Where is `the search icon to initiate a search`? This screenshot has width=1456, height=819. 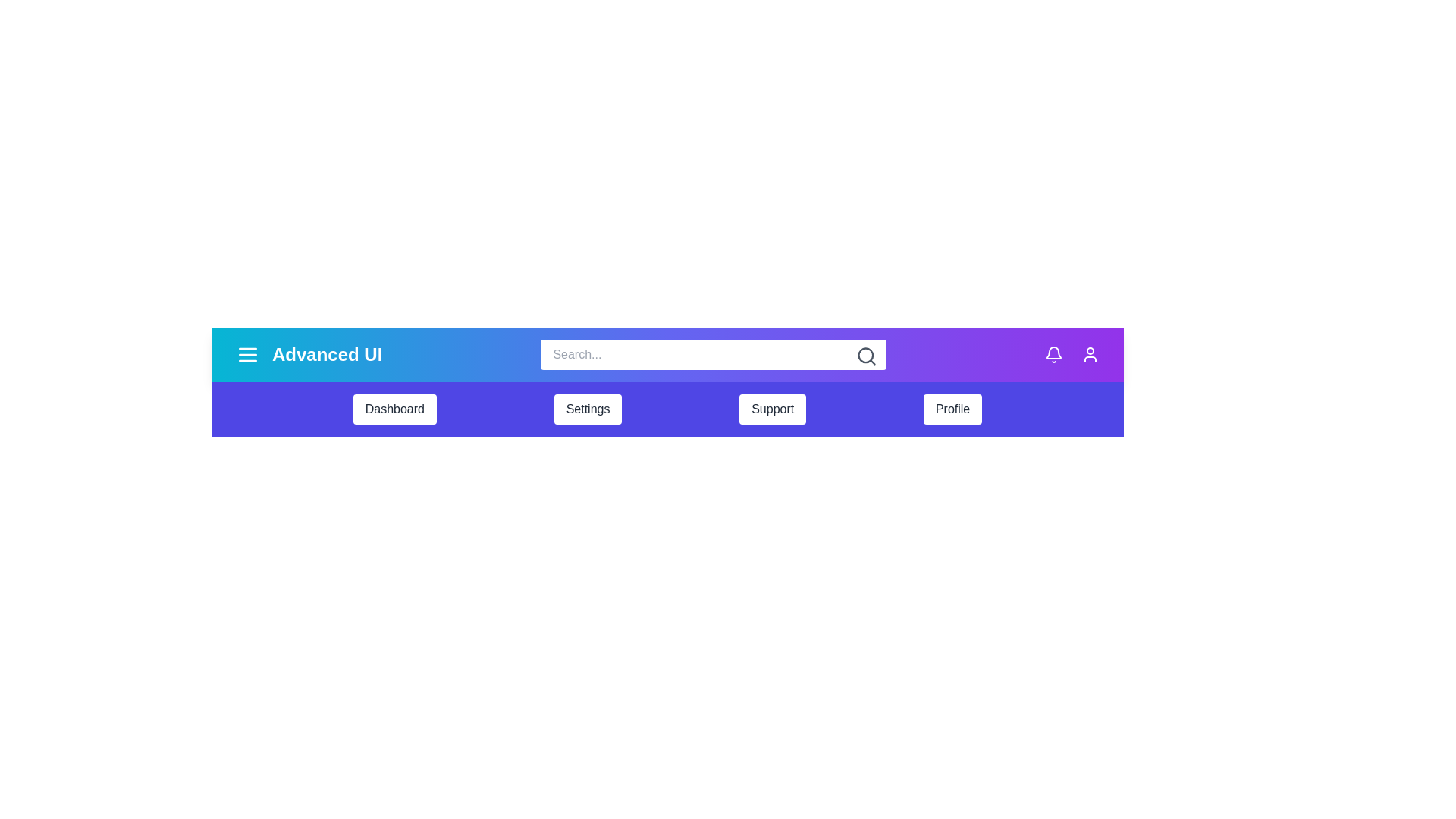
the search icon to initiate a search is located at coordinates (866, 356).